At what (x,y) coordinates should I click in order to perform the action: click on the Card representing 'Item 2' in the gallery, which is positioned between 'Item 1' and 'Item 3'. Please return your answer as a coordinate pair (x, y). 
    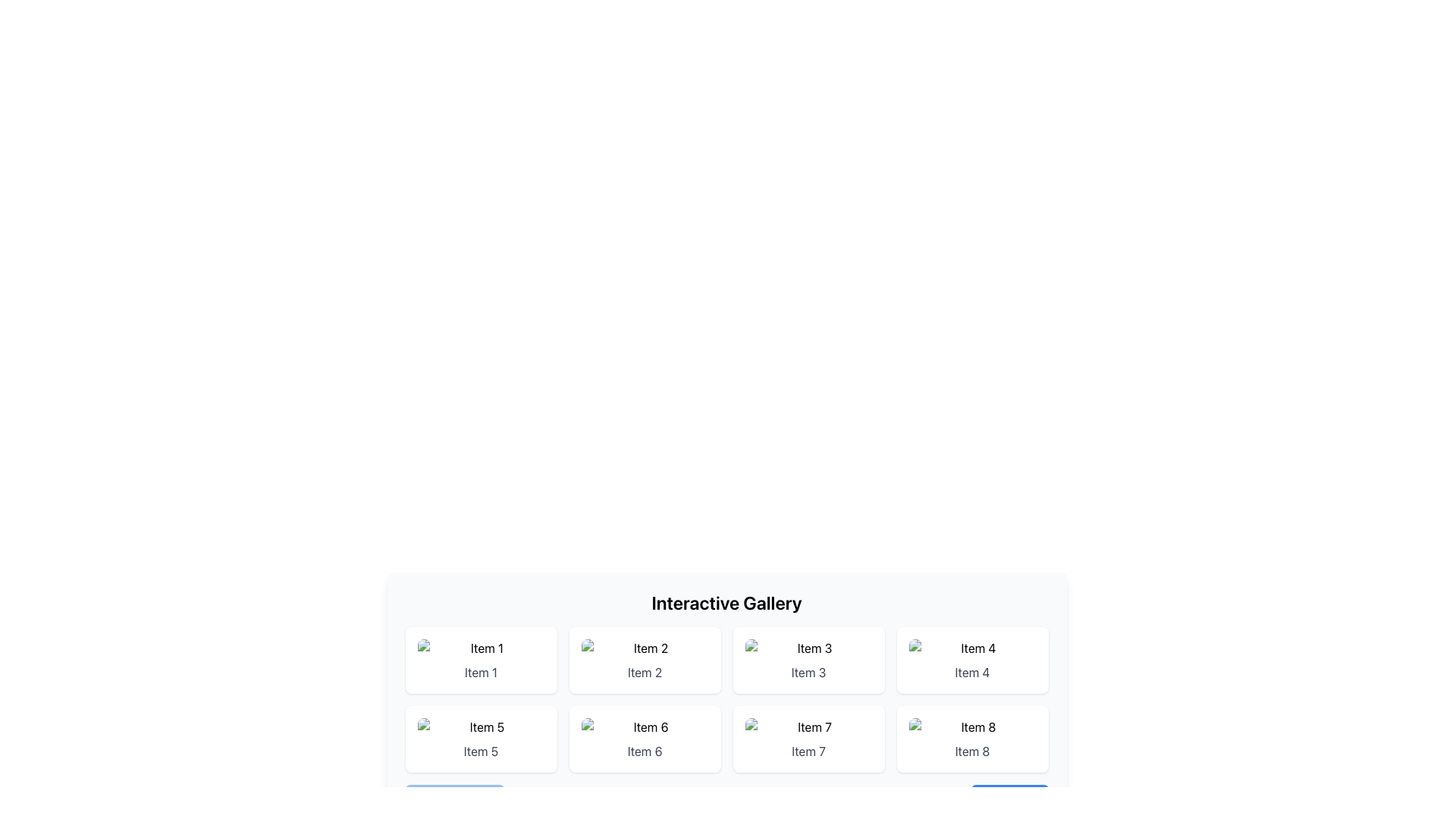
    Looking at the image, I should click on (645, 660).